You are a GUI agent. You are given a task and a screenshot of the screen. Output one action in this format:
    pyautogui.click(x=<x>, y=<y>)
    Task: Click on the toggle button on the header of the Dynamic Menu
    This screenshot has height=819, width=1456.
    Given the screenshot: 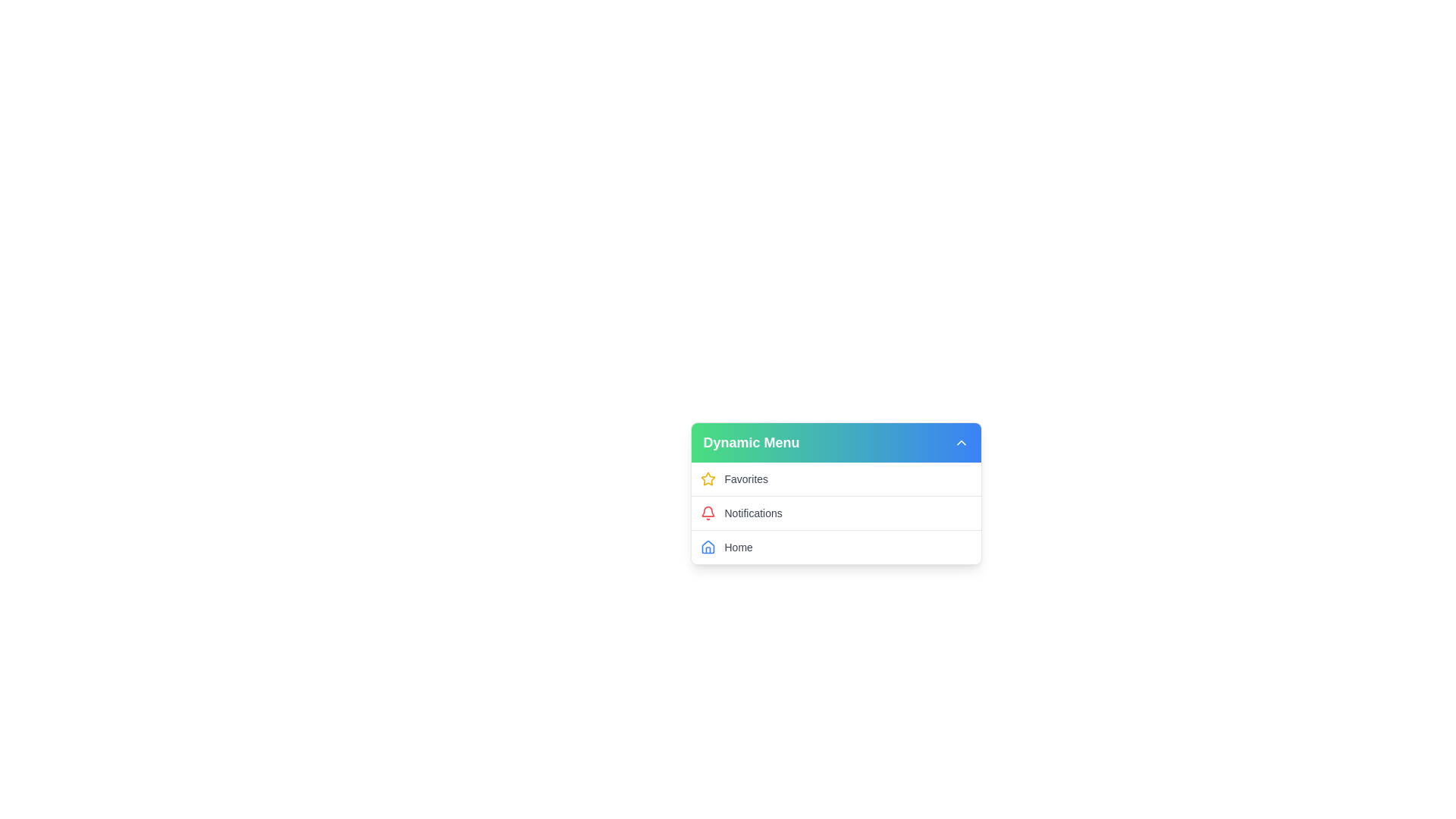 What is the action you would take?
    pyautogui.click(x=960, y=442)
    